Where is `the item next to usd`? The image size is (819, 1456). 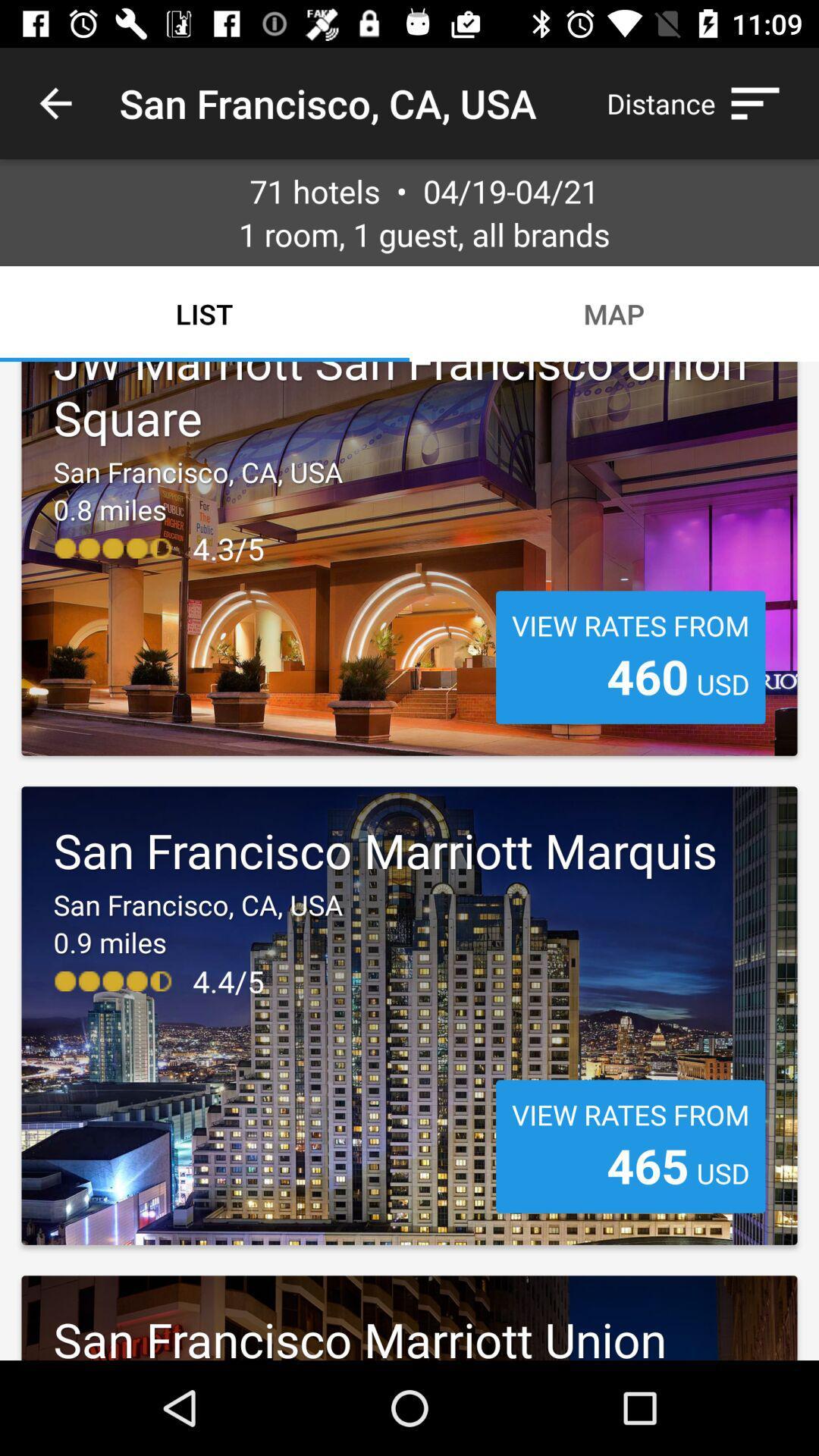
the item next to usd is located at coordinates (648, 1164).